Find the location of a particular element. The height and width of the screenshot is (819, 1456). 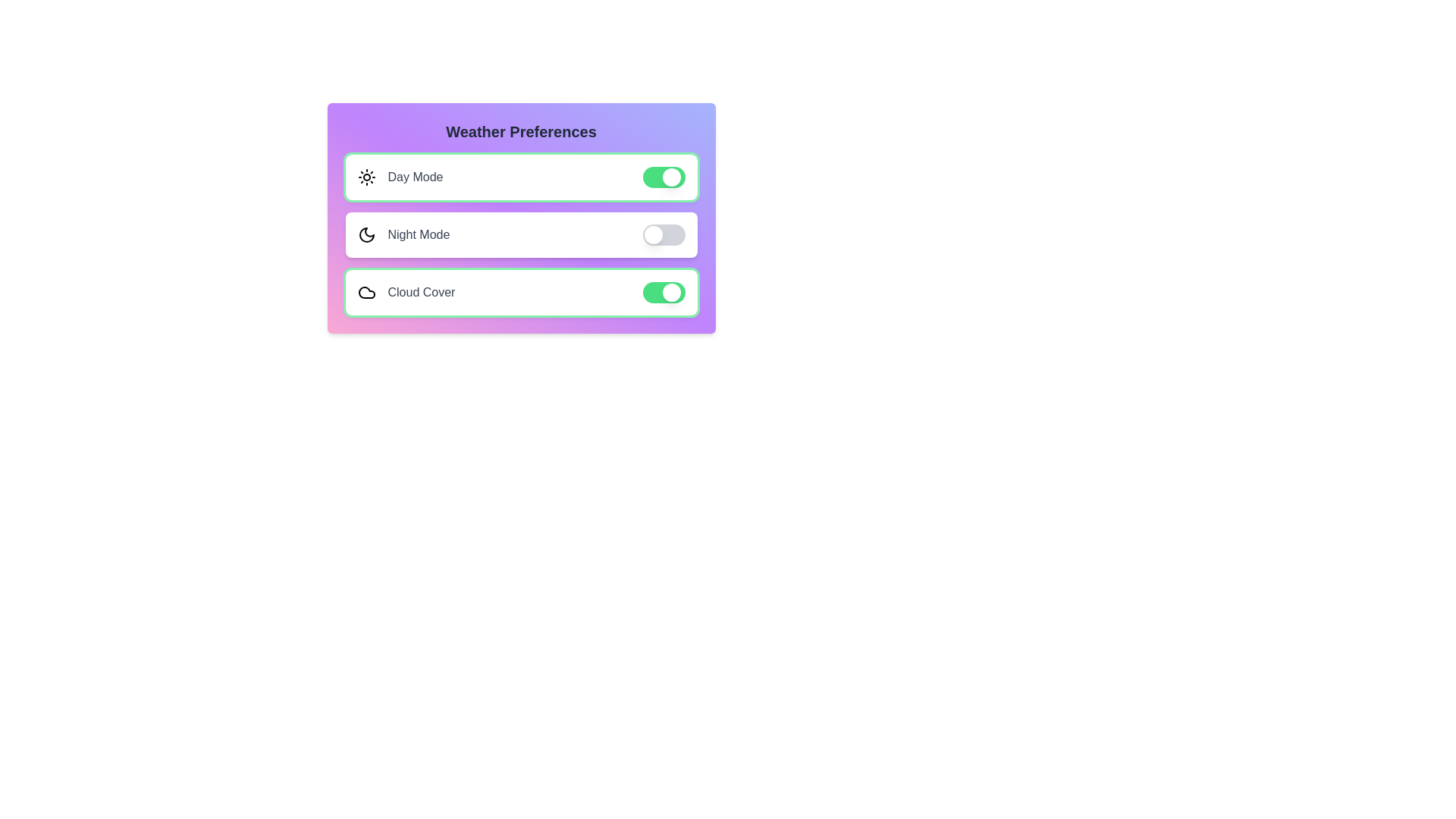

the text label corresponding to Night Mode to focus or select it is located at coordinates (419, 234).